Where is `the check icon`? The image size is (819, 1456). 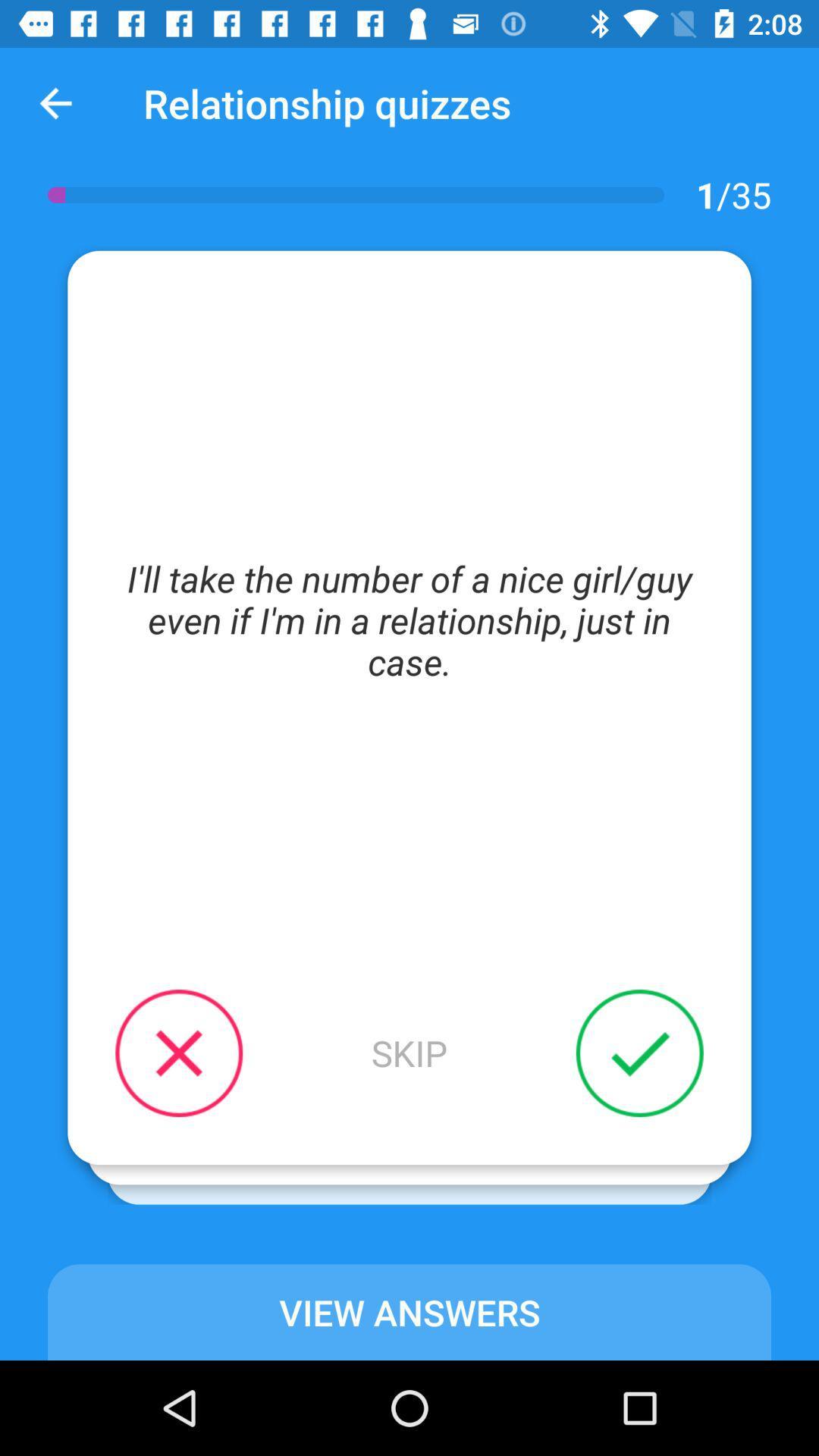
the check icon is located at coordinates (620, 1072).